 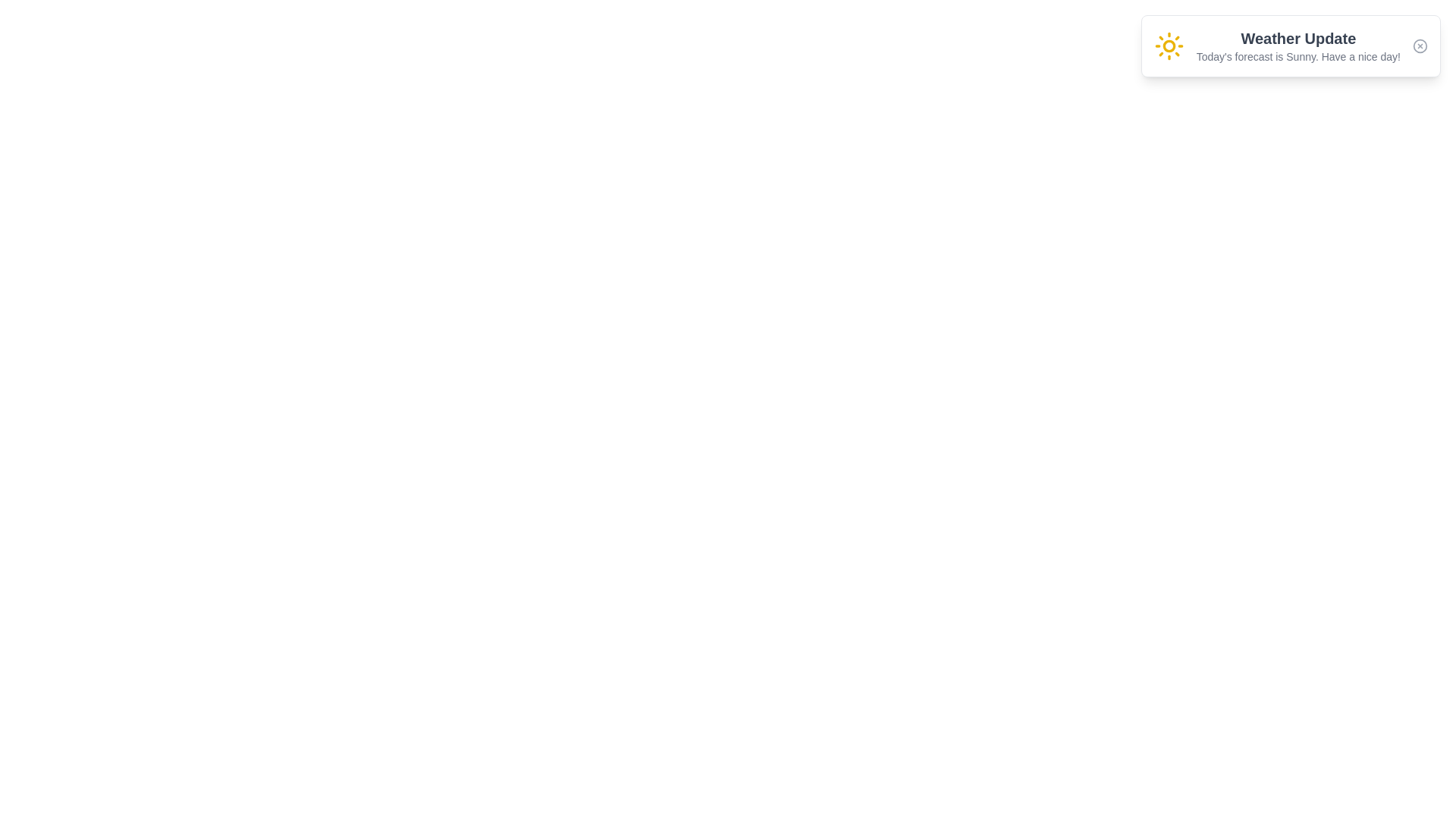 I want to click on the Text Label that serves as a title for the weather-related information, located above the text 'Today's forecast is Sunny. Have a nice day!' in the top-right part of the interface, so click(x=1298, y=37).